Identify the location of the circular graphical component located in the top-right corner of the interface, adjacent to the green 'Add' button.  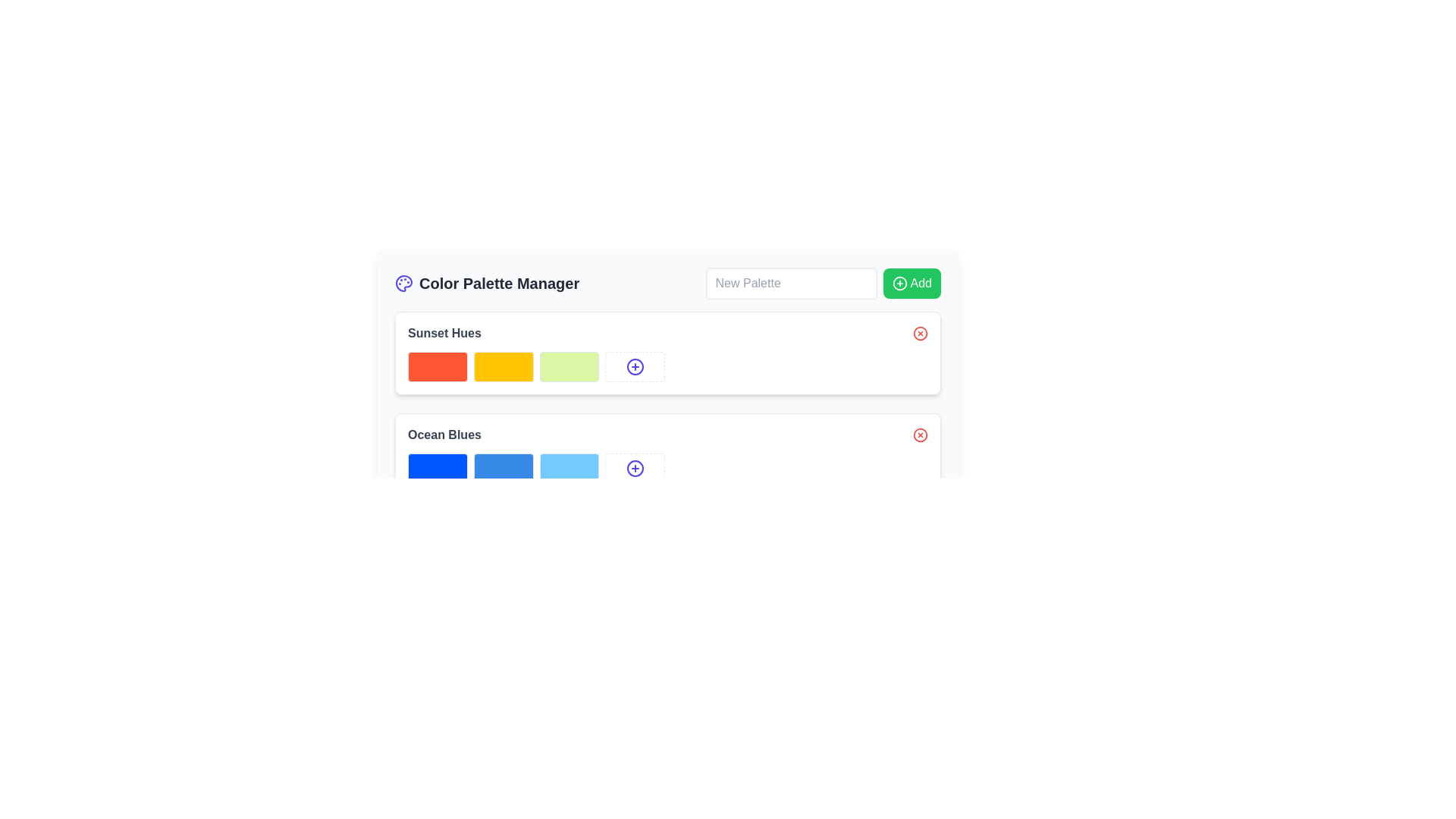
(899, 284).